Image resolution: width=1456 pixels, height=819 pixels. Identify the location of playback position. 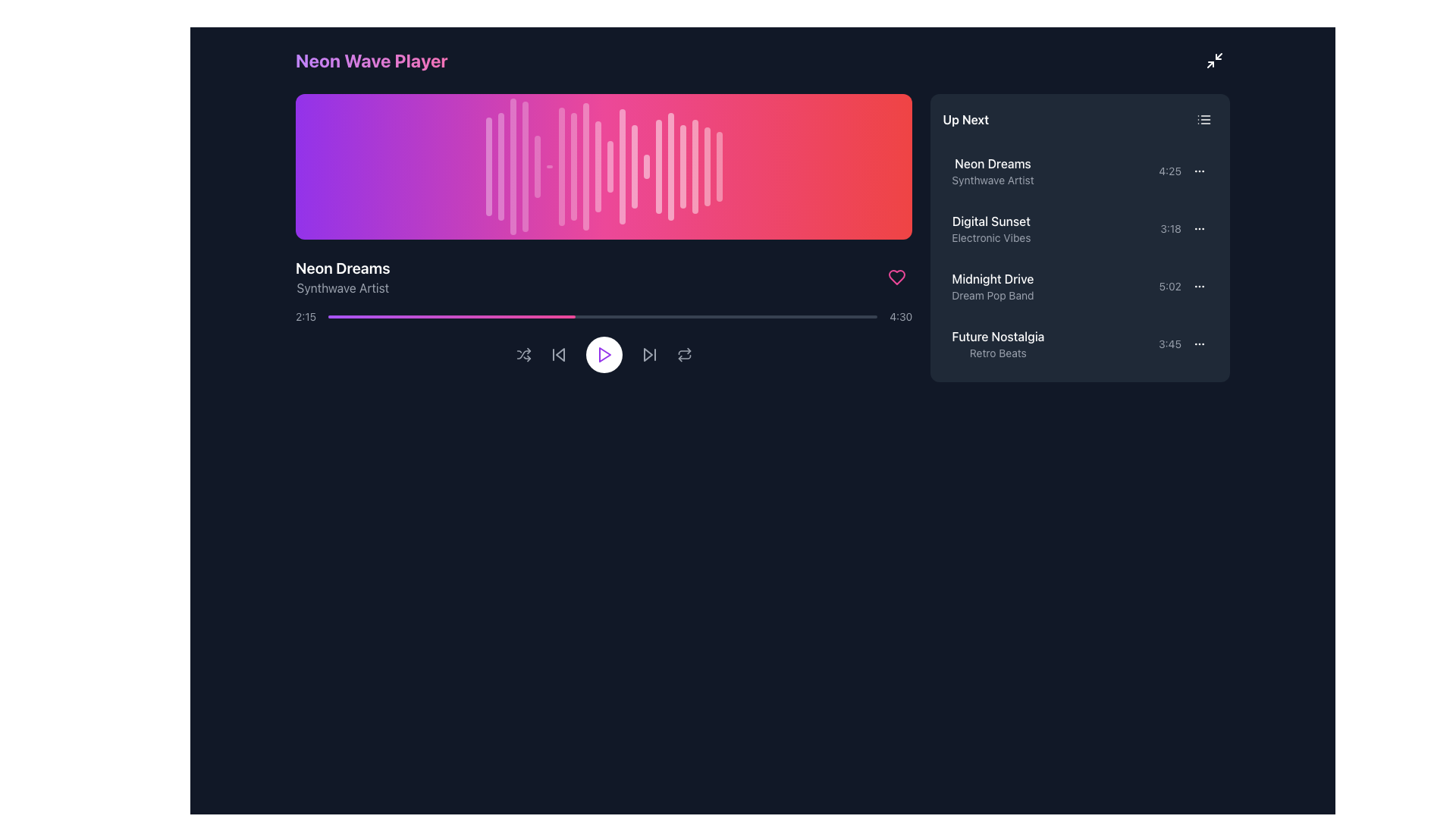
(563, 315).